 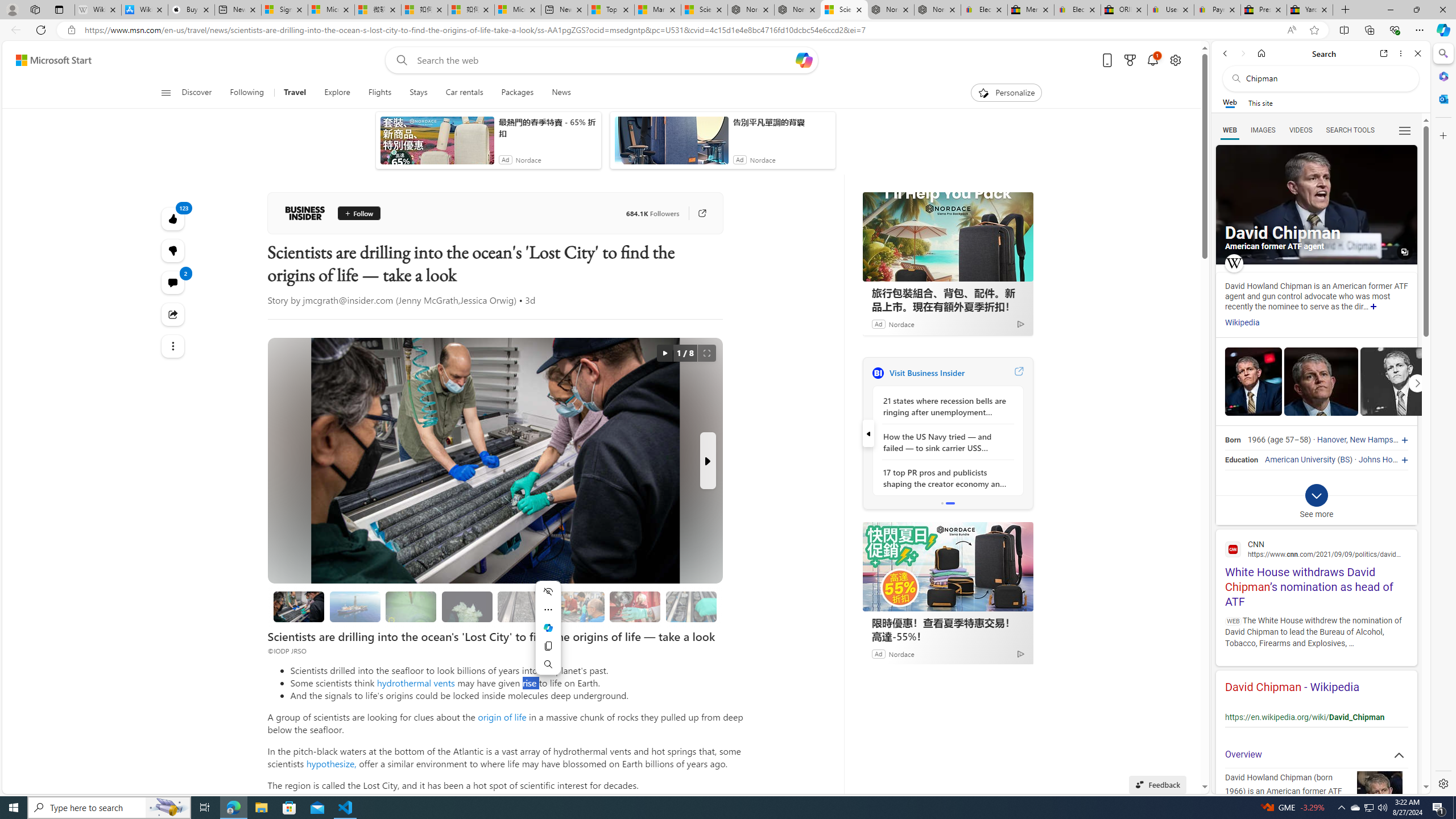 I want to click on 'Search Filter, Search Tools', so click(x=1350, y=129).